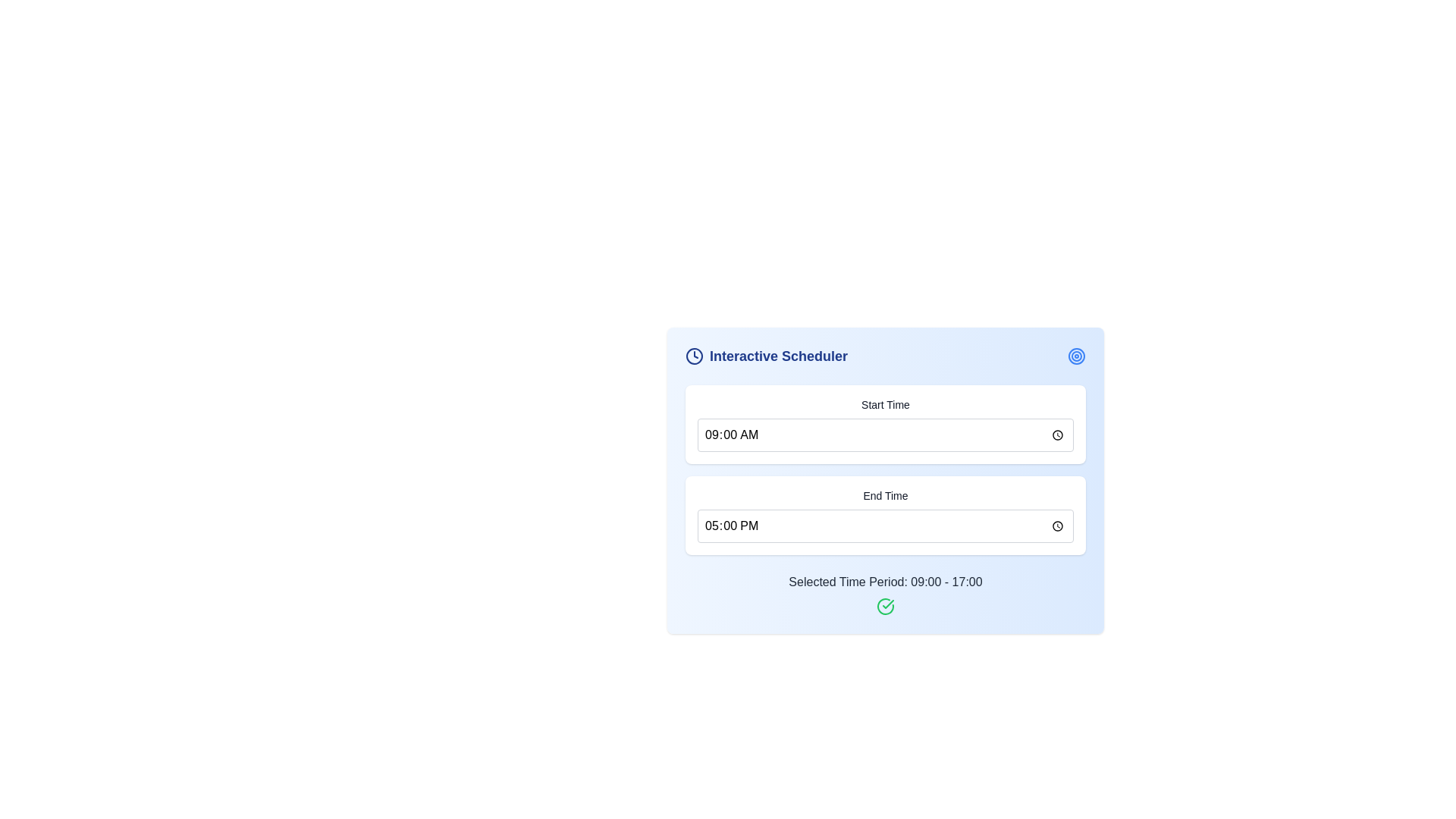  Describe the element at coordinates (885, 581) in the screenshot. I see `the text label displaying 'Selected Time Period: 09:00 - 17:00' which is positioned above the green checkmark icon in the 'Interactive Scheduler' interface` at that location.